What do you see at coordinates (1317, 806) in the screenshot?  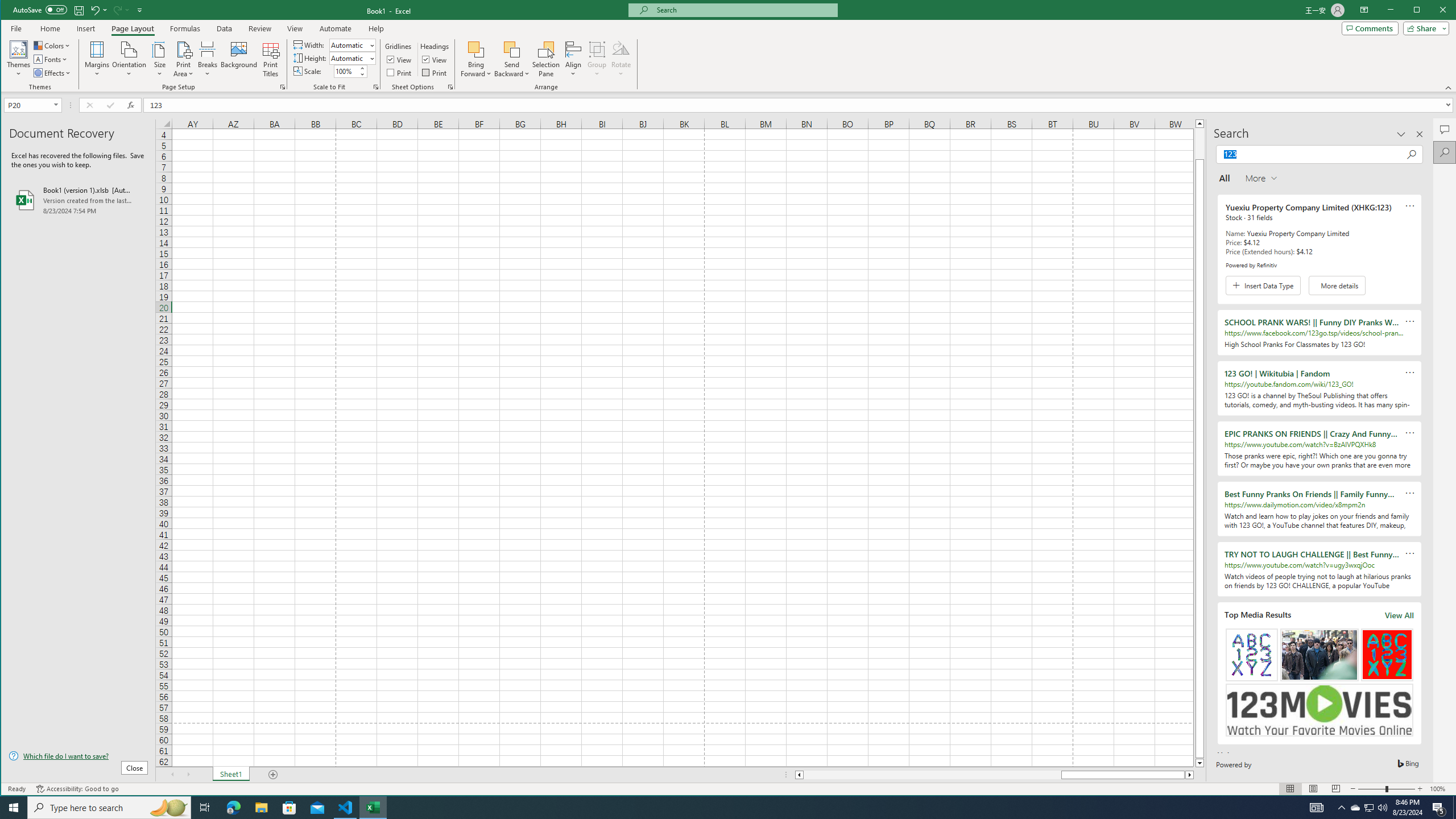 I see `'AutomationID: 4105'` at bounding box center [1317, 806].